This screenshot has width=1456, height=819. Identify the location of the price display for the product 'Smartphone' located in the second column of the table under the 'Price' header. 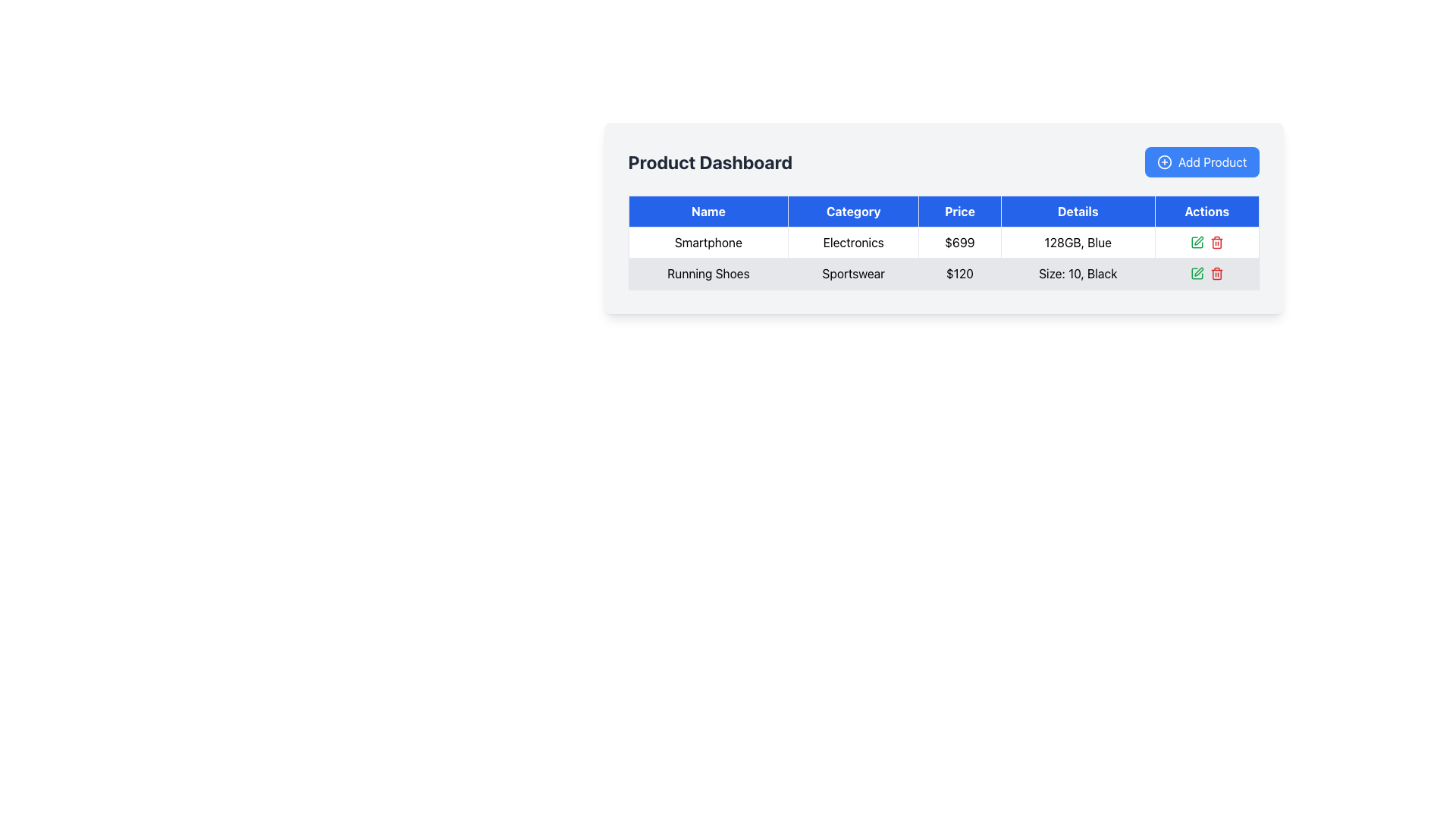
(943, 242).